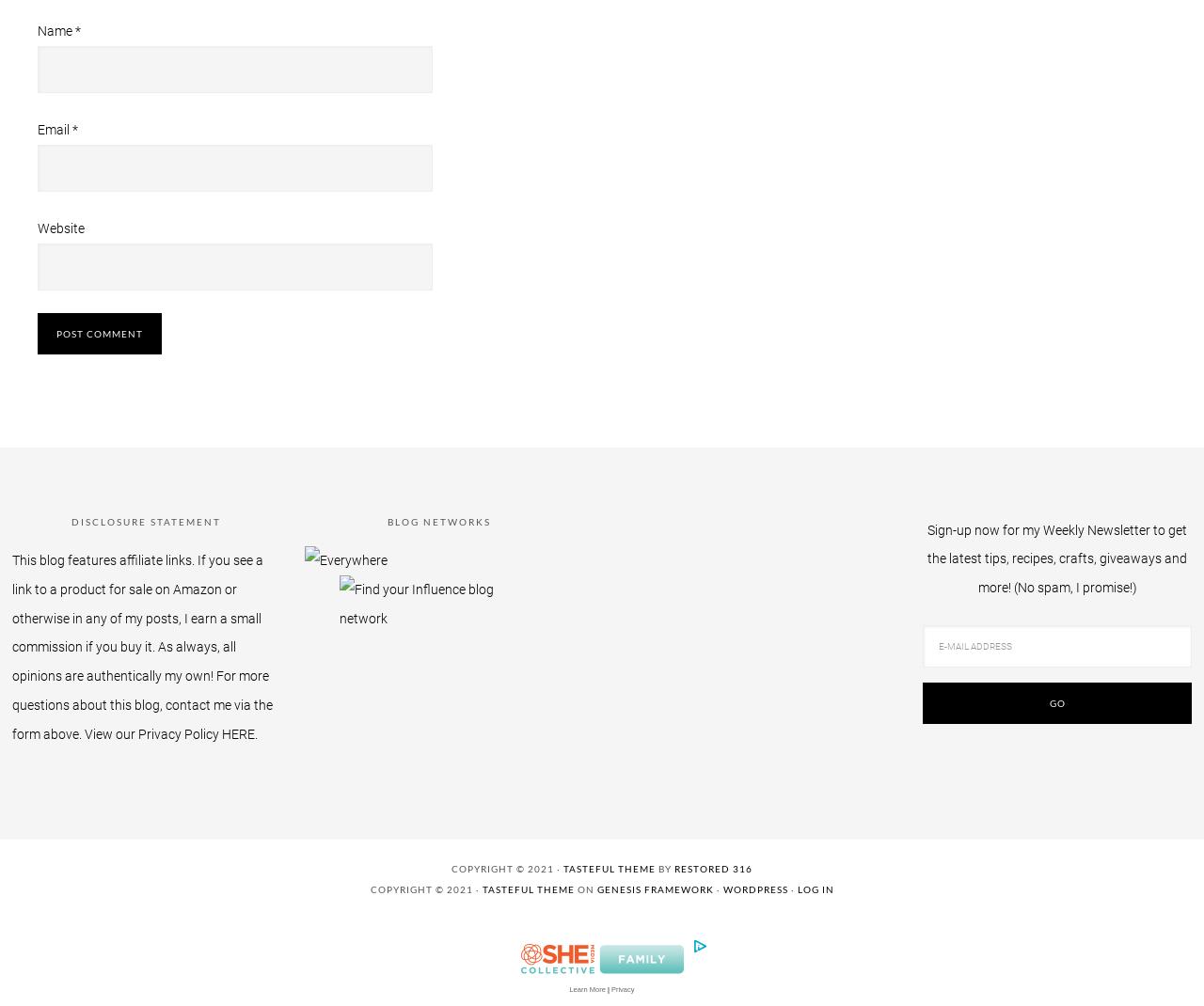 This screenshot has height=1006, width=1204. What do you see at coordinates (622, 989) in the screenshot?
I see `'Privacy'` at bounding box center [622, 989].